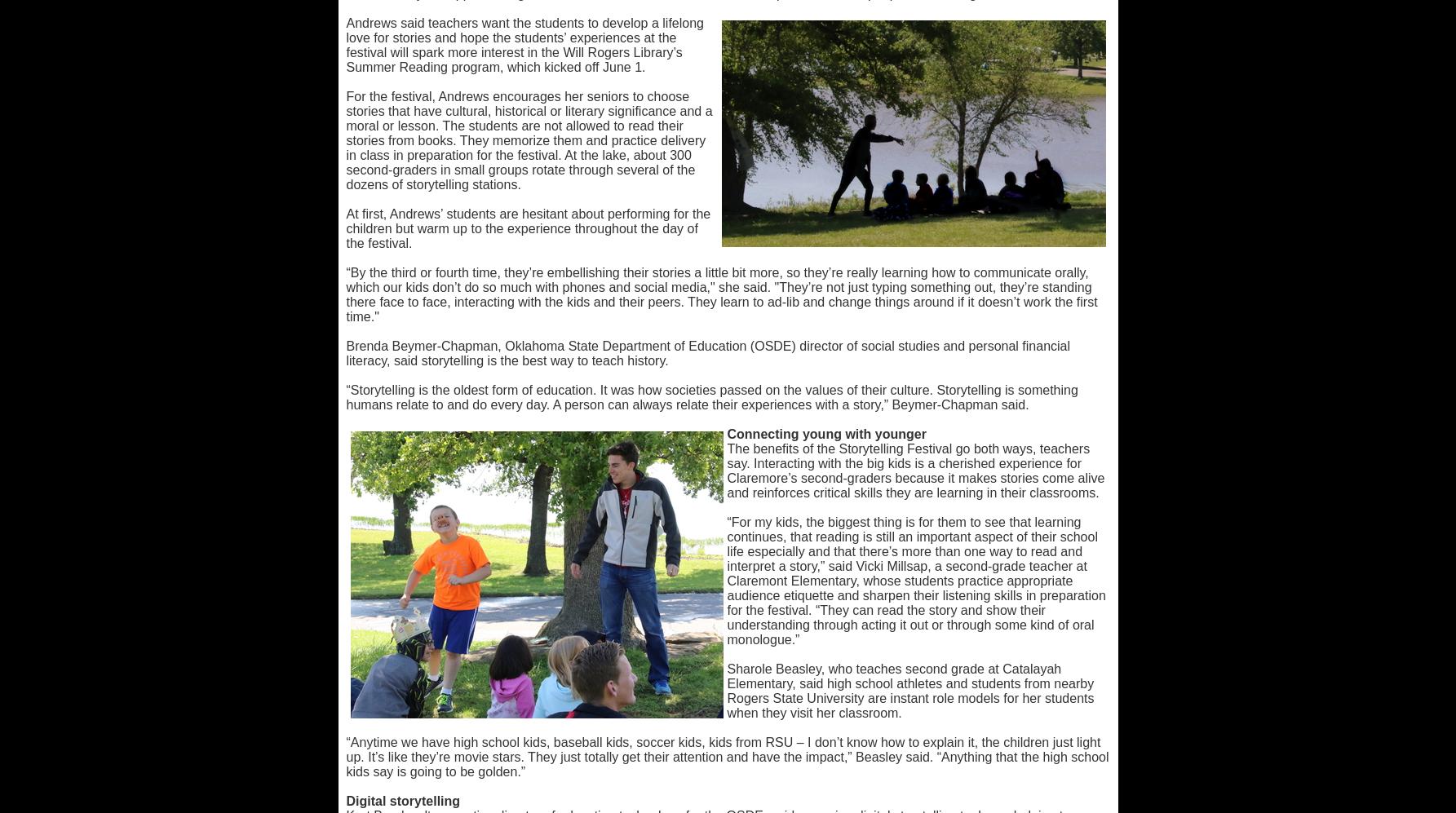 The image size is (1456, 813). I want to click on 'Andrews said teachers want the students to develop a lifelong love for stories and hope the students’ experiences at the festival will spark more interest in the Will Rogers Library’s Summer Reading program, which kicked off June 1.', so click(524, 44).